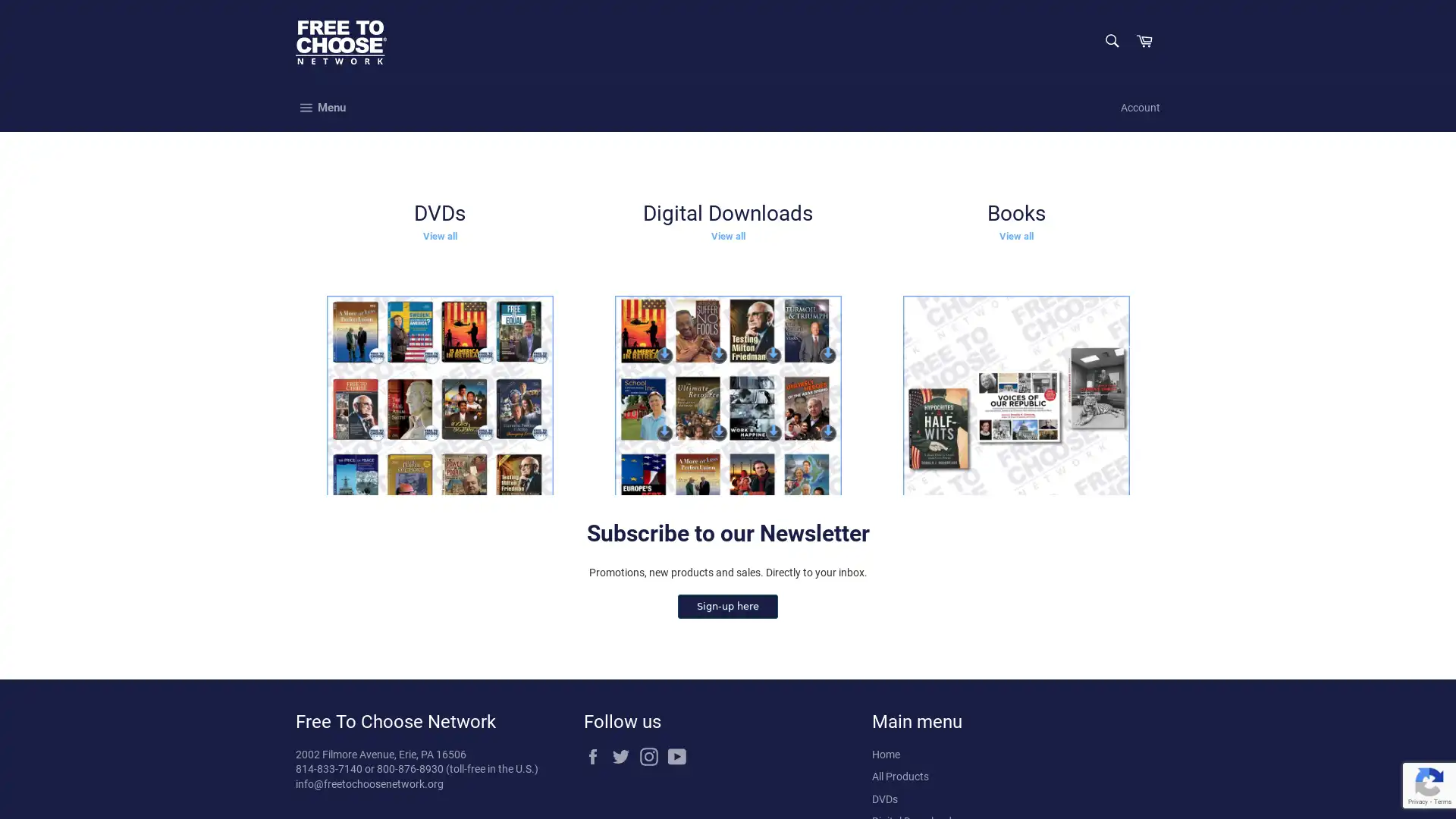 This screenshot has height=819, width=1456. I want to click on Search, so click(1110, 40).